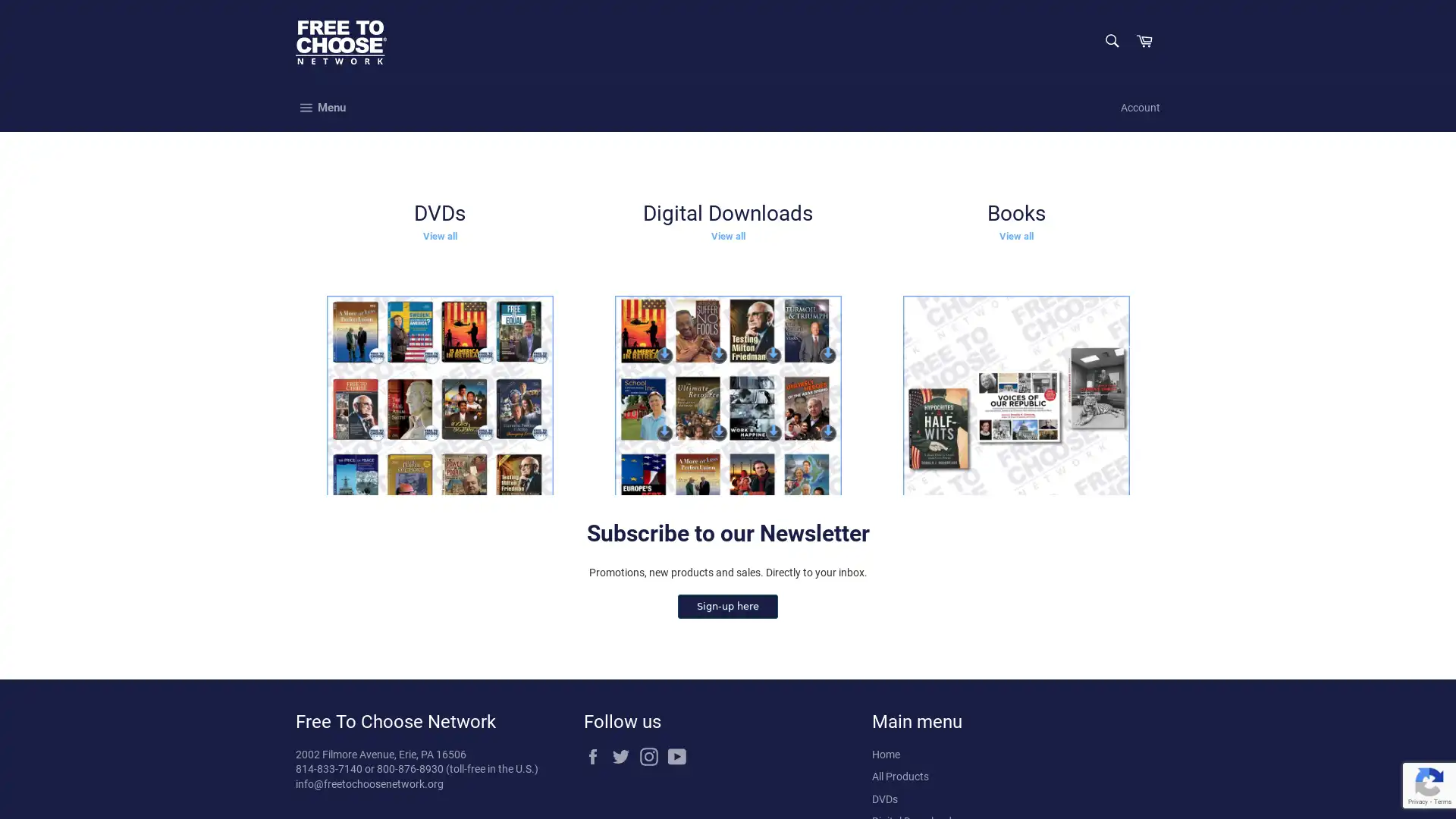 This screenshot has height=819, width=1456. I want to click on Search, so click(1110, 40).